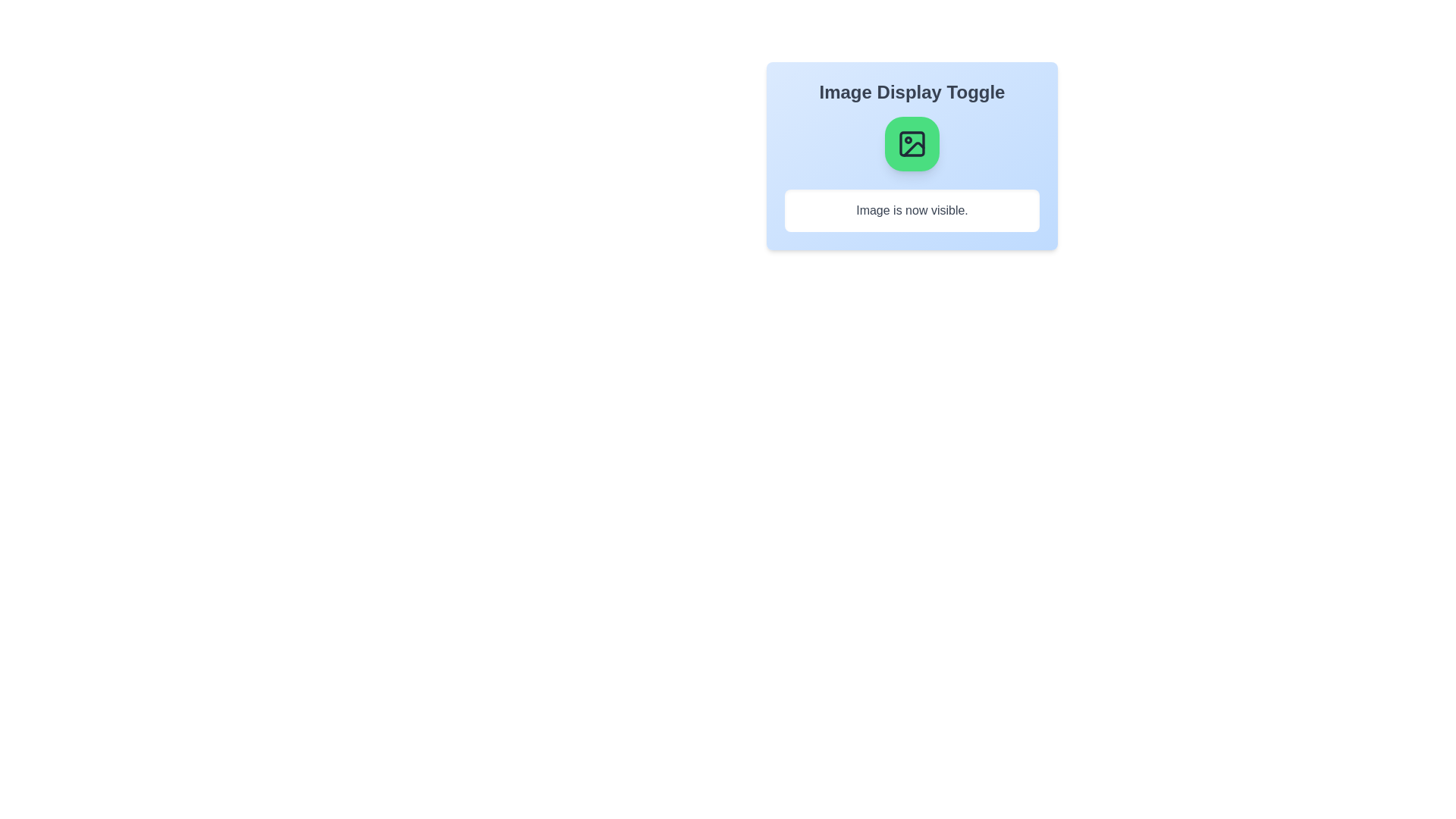 The height and width of the screenshot is (819, 1456). What do you see at coordinates (912, 143) in the screenshot?
I see `the ImageToggleButton to toggle the visibility of the image` at bounding box center [912, 143].